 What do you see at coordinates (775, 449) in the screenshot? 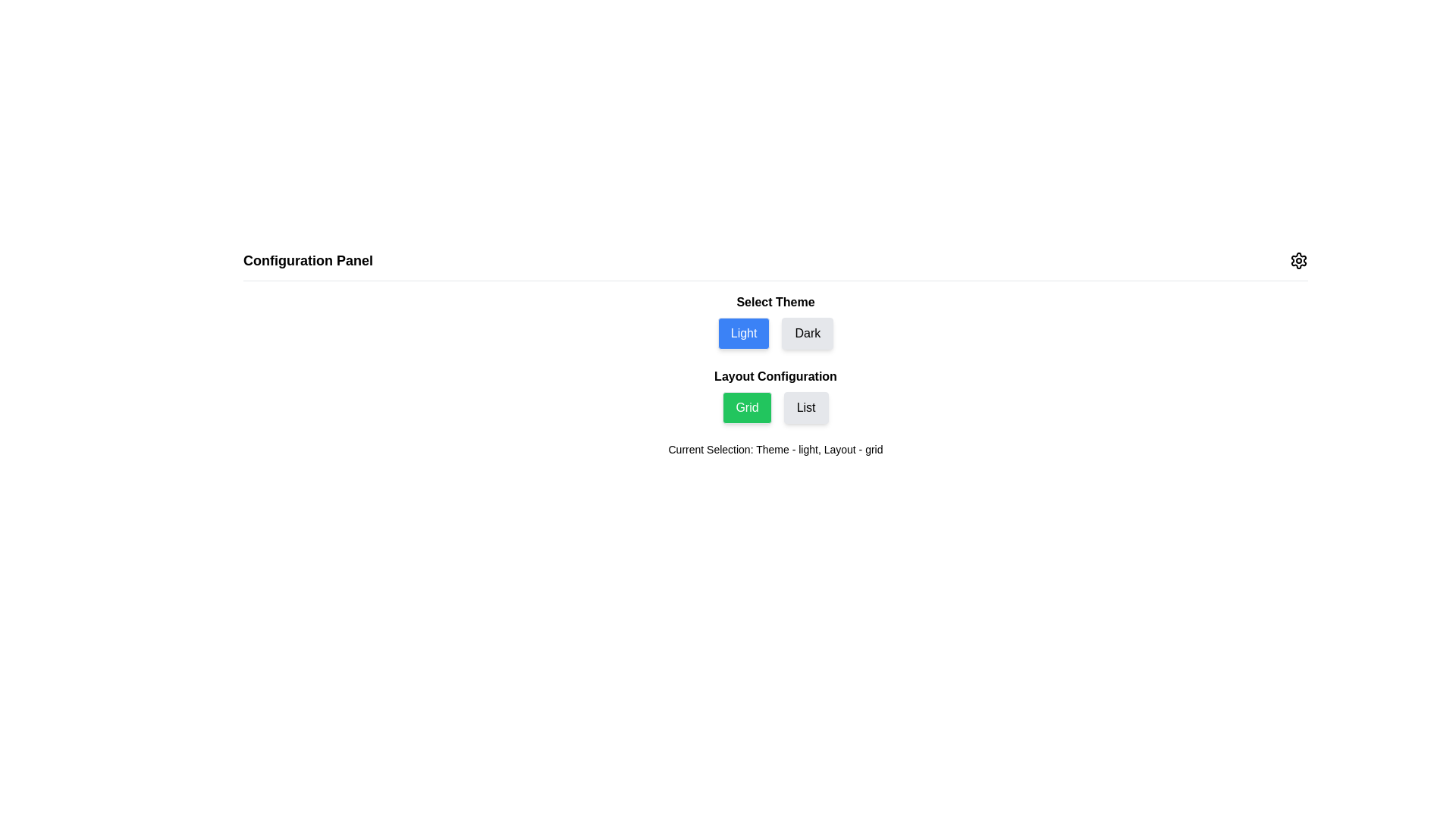
I see `the Text Display element that informs the user about the currently selected theme and layout settings, positioned centrally below the 'Layout Configuration' section` at bounding box center [775, 449].